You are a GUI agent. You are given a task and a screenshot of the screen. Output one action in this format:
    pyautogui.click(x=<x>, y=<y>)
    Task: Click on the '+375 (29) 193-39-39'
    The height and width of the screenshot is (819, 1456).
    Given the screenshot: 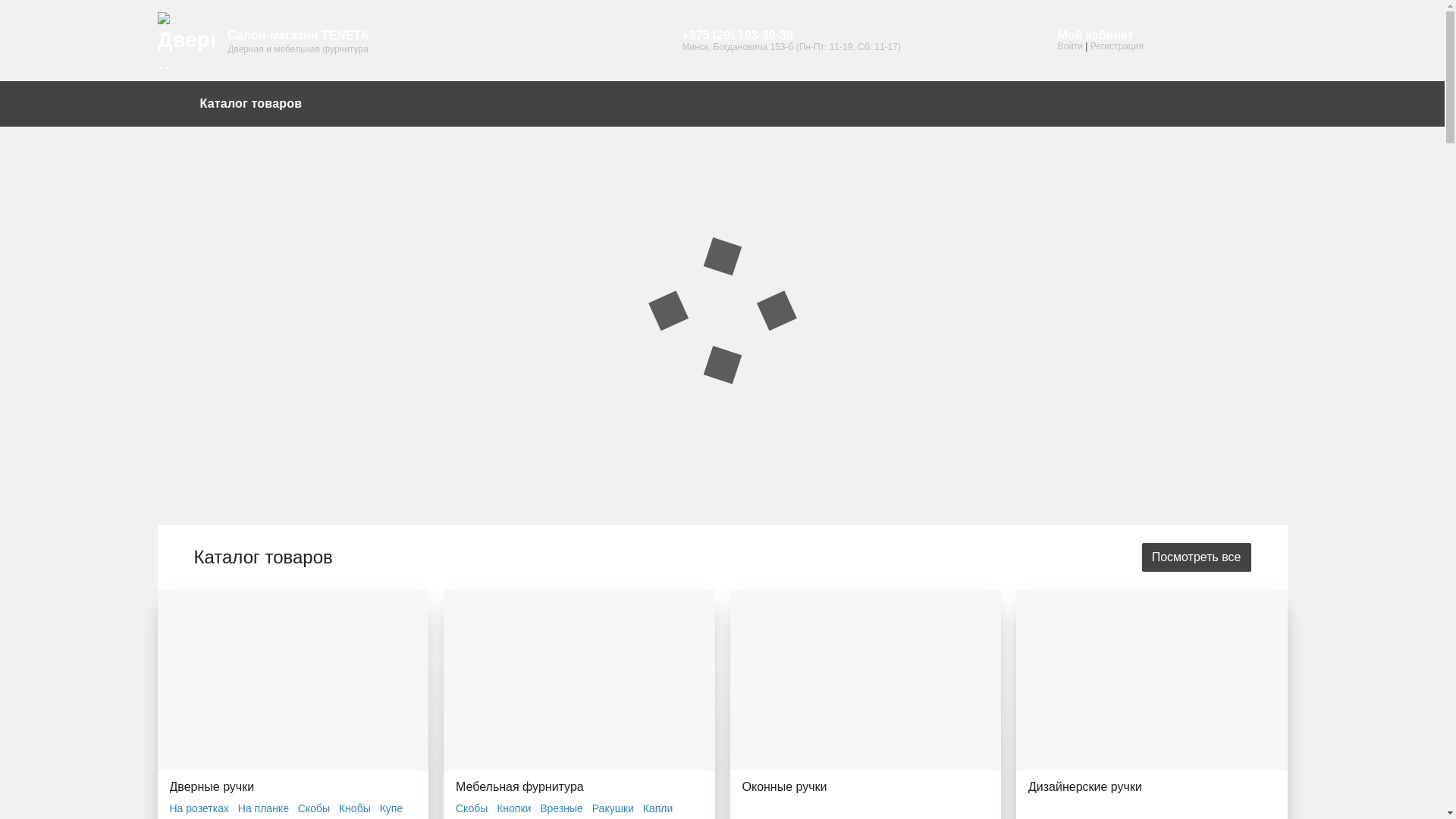 What is the action you would take?
    pyautogui.click(x=789, y=35)
    